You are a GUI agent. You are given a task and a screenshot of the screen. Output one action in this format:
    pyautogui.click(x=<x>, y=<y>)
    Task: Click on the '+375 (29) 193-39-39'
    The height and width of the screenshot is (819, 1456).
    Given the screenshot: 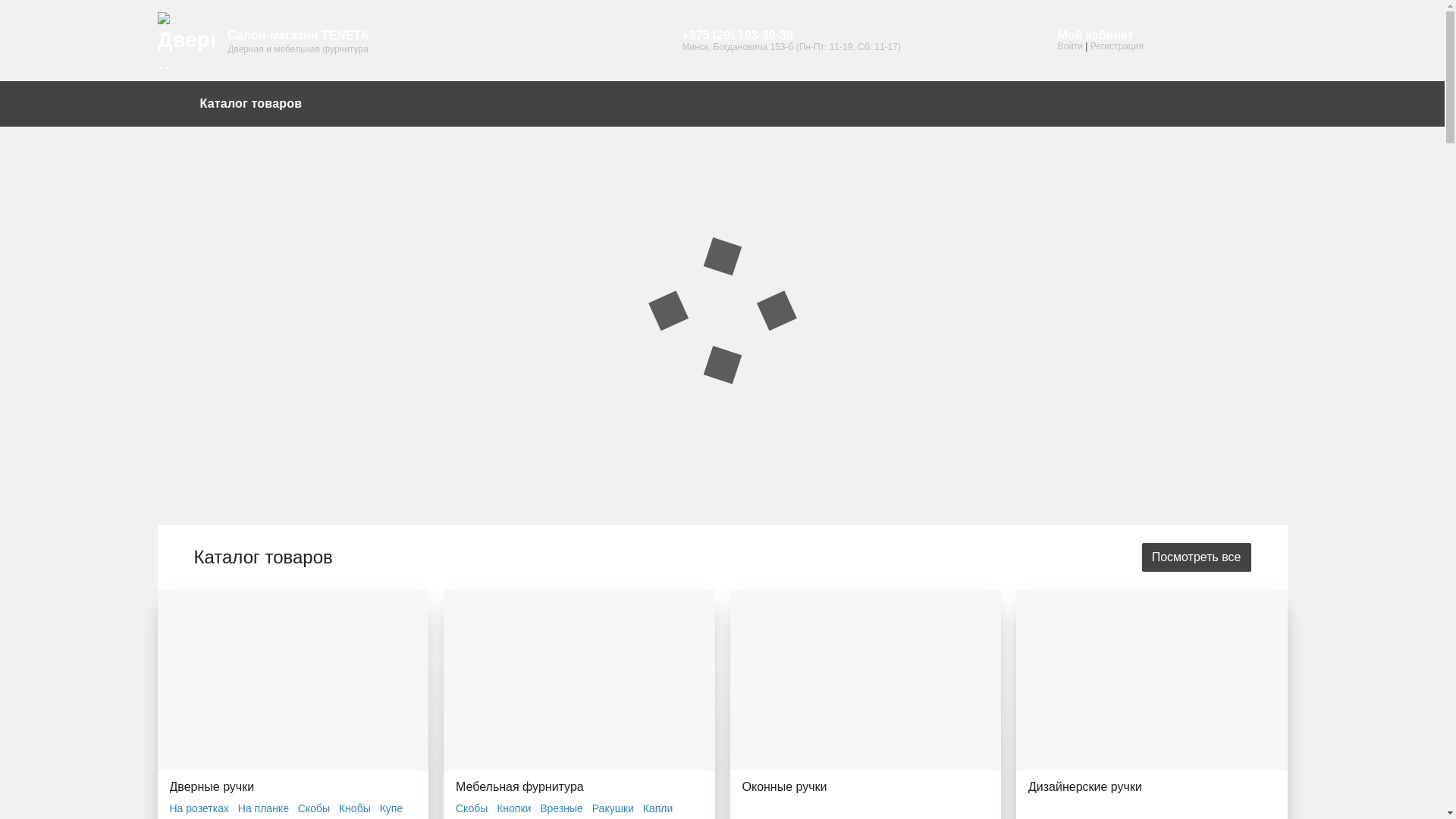 What is the action you would take?
    pyautogui.click(x=789, y=35)
    